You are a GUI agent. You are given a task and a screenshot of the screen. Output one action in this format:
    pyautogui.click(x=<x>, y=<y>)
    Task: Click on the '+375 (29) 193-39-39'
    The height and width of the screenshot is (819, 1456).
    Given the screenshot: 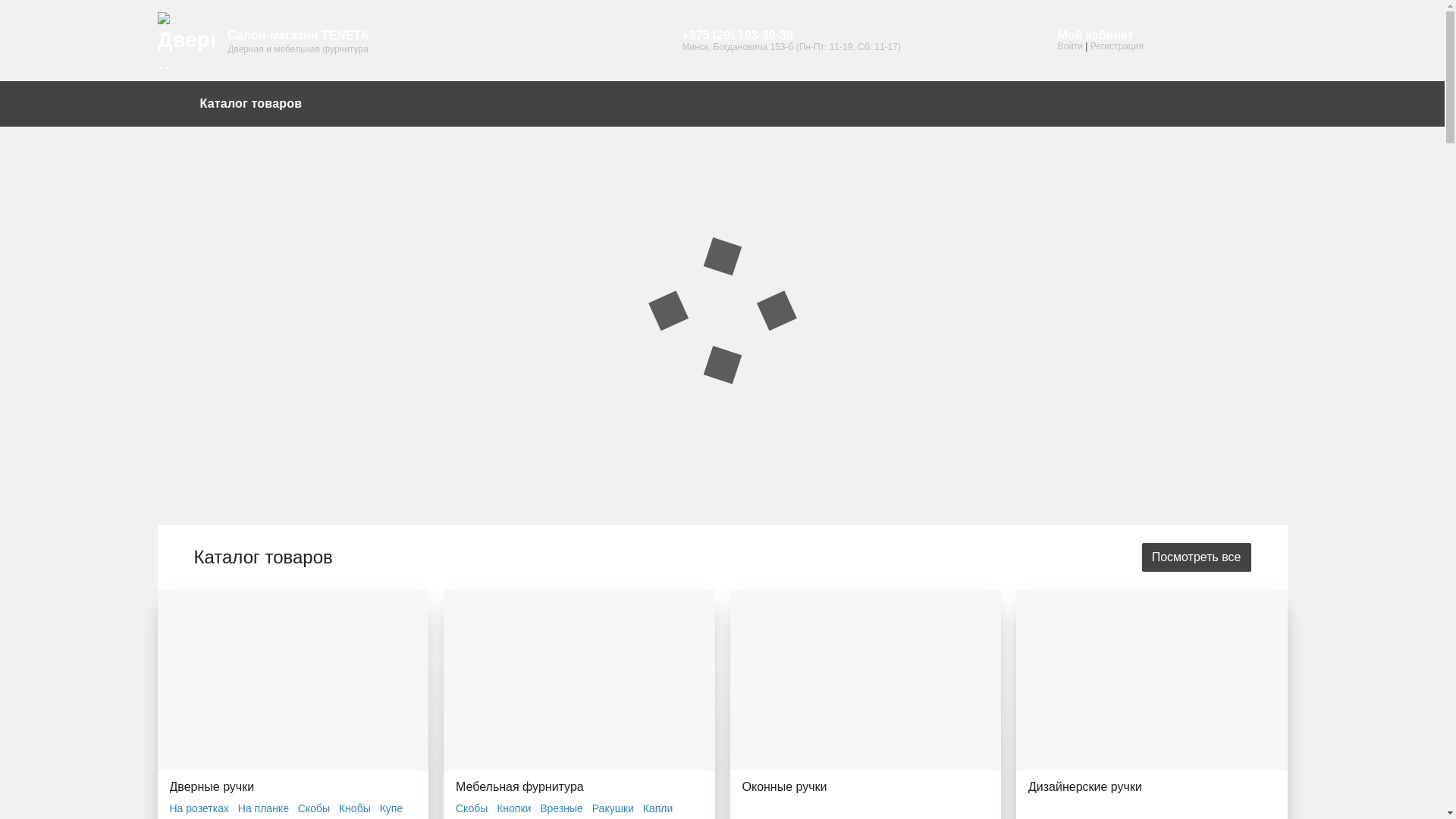 What is the action you would take?
    pyautogui.click(x=789, y=35)
    